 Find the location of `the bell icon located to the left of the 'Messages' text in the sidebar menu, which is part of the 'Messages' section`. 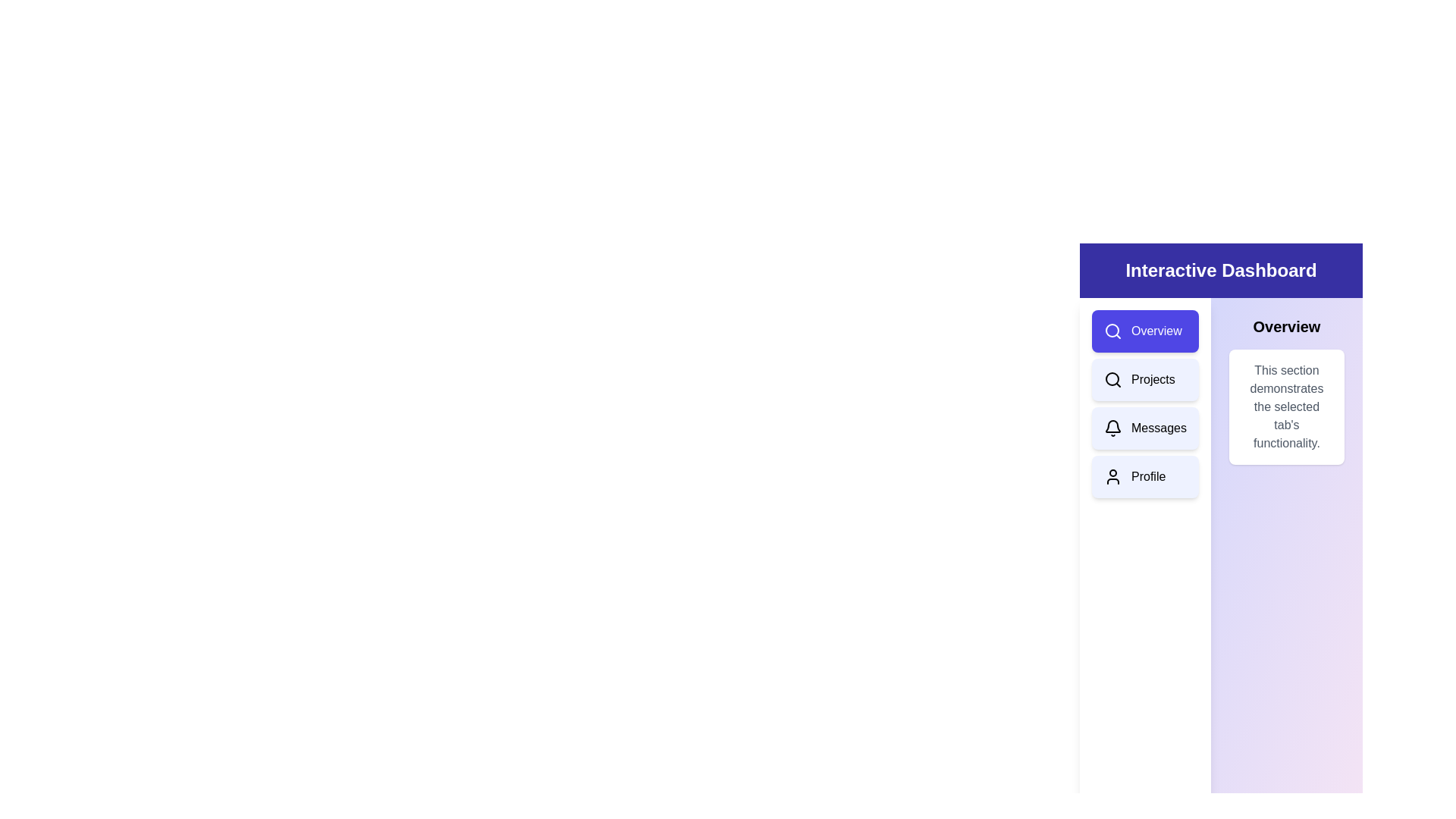

the bell icon located to the left of the 'Messages' text in the sidebar menu, which is part of the 'Messages' section is located at coordinates (1113, 428).